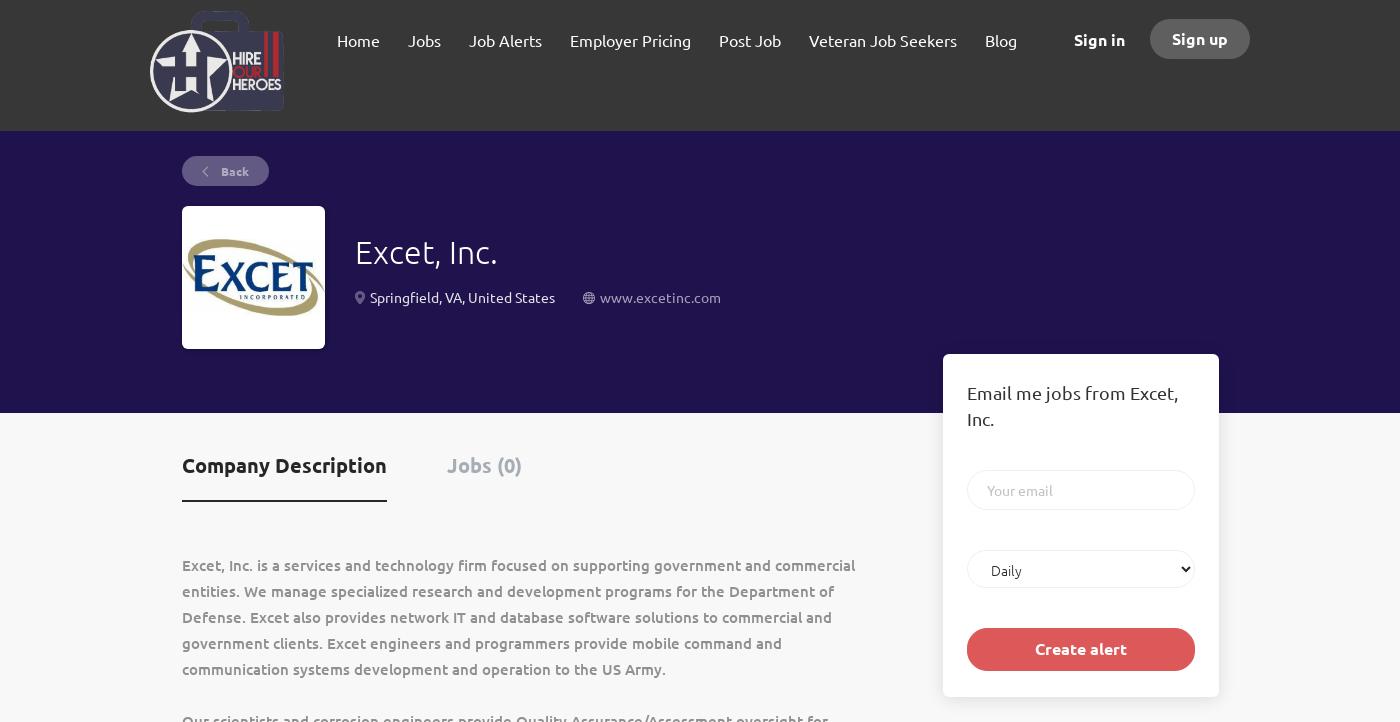 This screenshot has width=1400, height=722. What do you see at coordinates (357, 39) in the screenshot?
I see `'Home'` at bounding box center [357, 39].